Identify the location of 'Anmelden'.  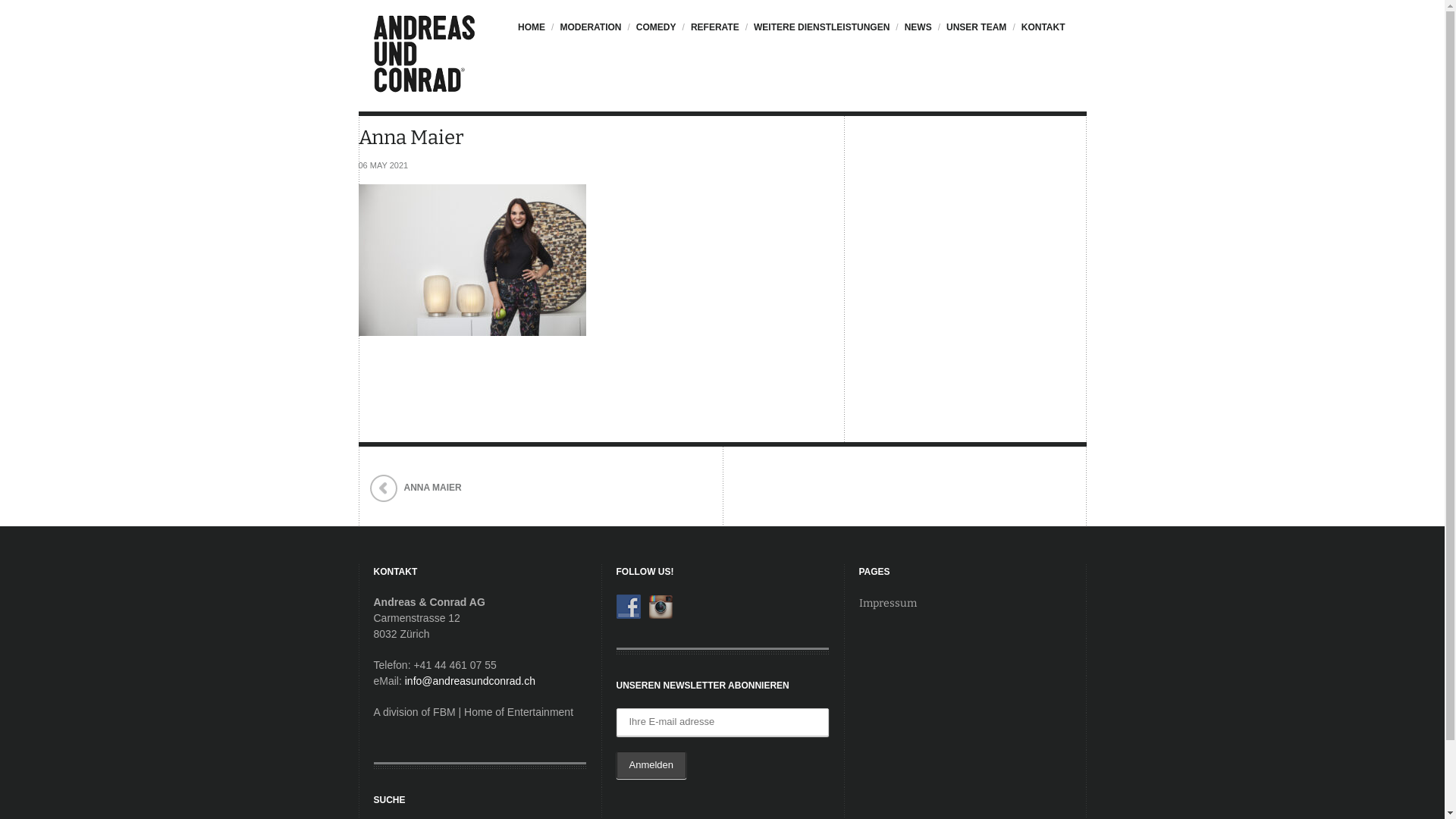
(615, 765).